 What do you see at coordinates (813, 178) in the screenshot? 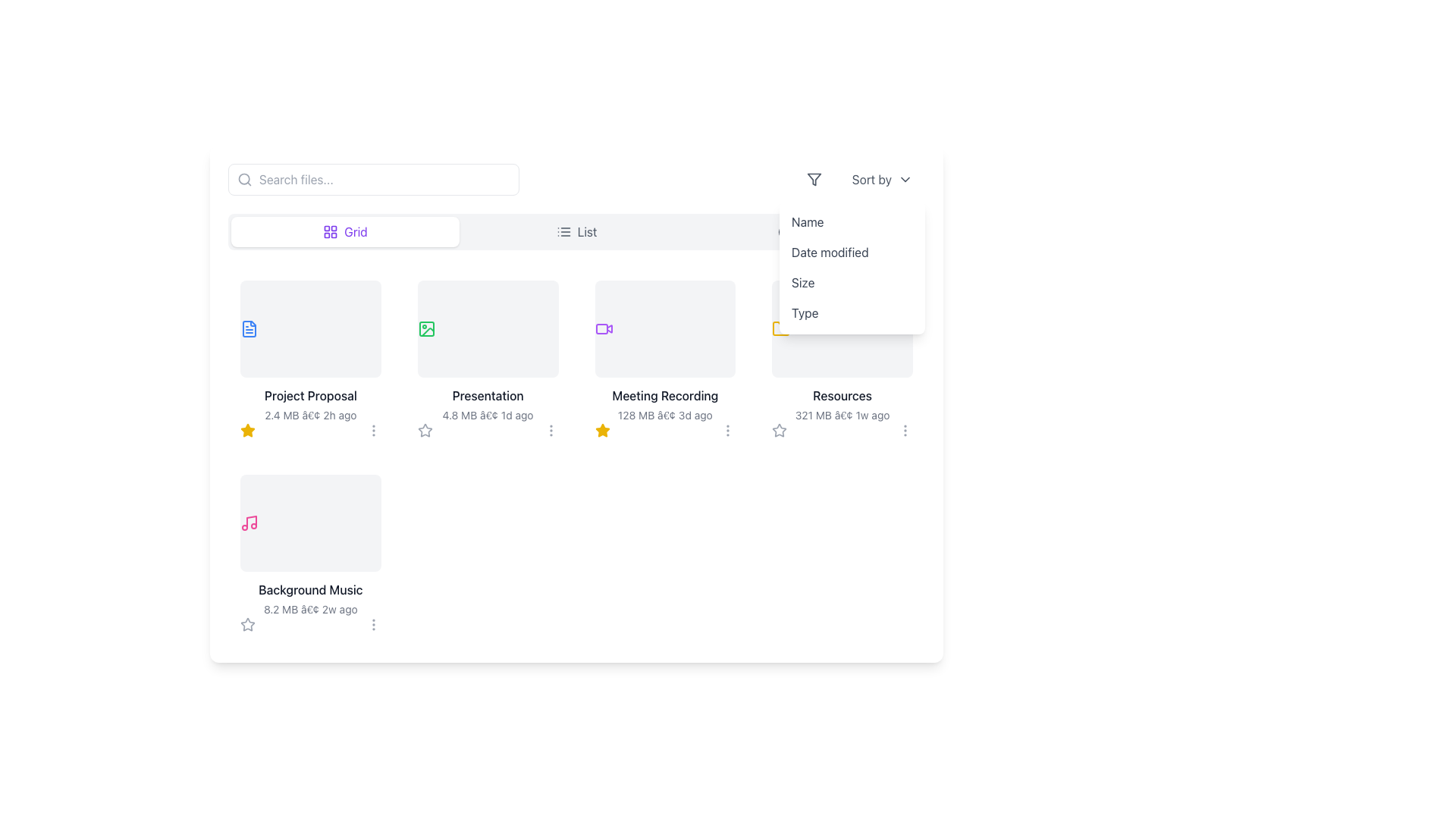
I see `the sorting SVG icon located immediately left of the 'Sort by' label in the sorting dropdown menu to interact with sorting options` at bounding box center [813, 178].